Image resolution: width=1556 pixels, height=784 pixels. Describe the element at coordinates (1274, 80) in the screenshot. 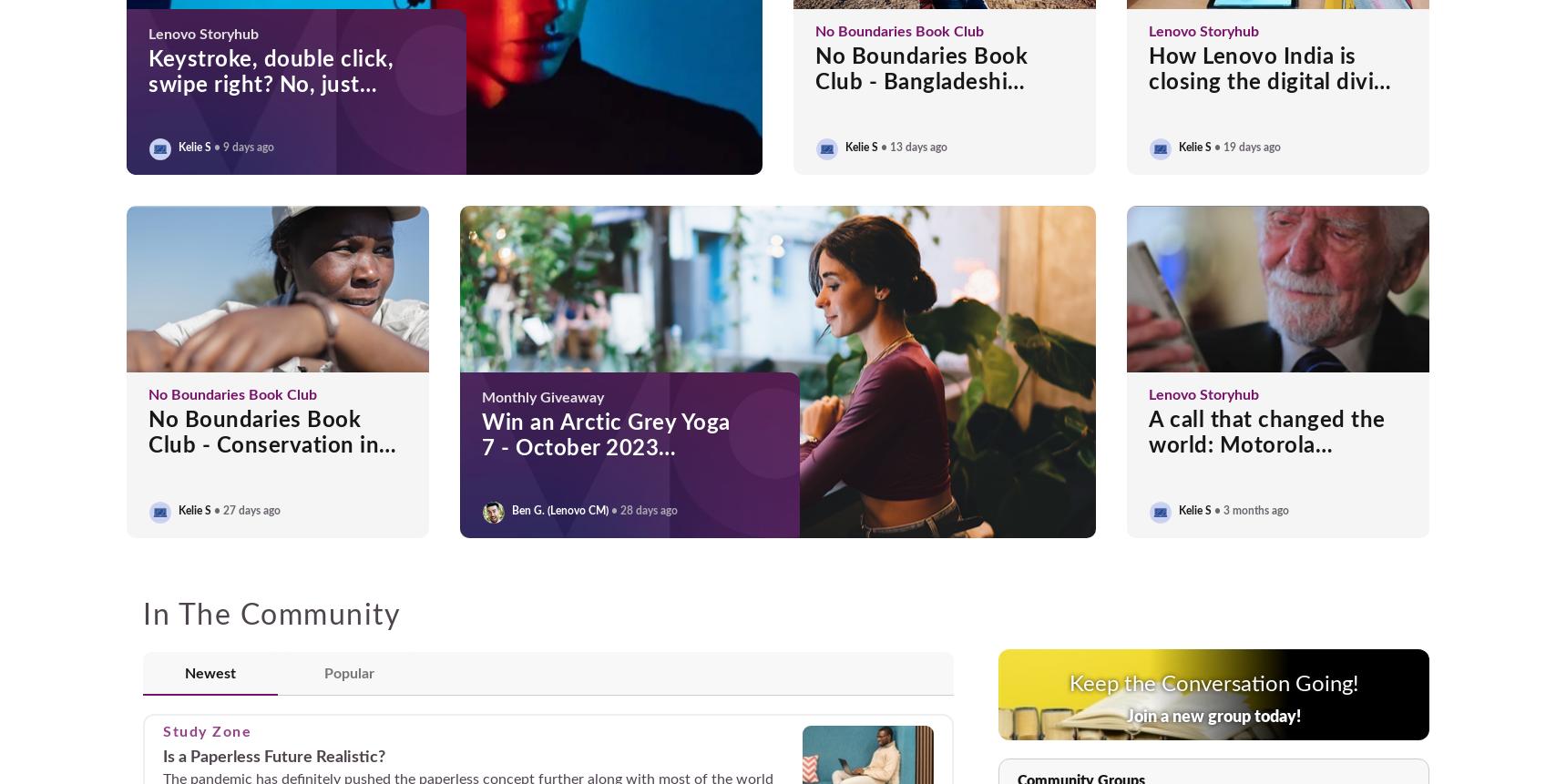

I see `'How Lenovo India is closing the digital divide in rural Gujarat'` at that location.